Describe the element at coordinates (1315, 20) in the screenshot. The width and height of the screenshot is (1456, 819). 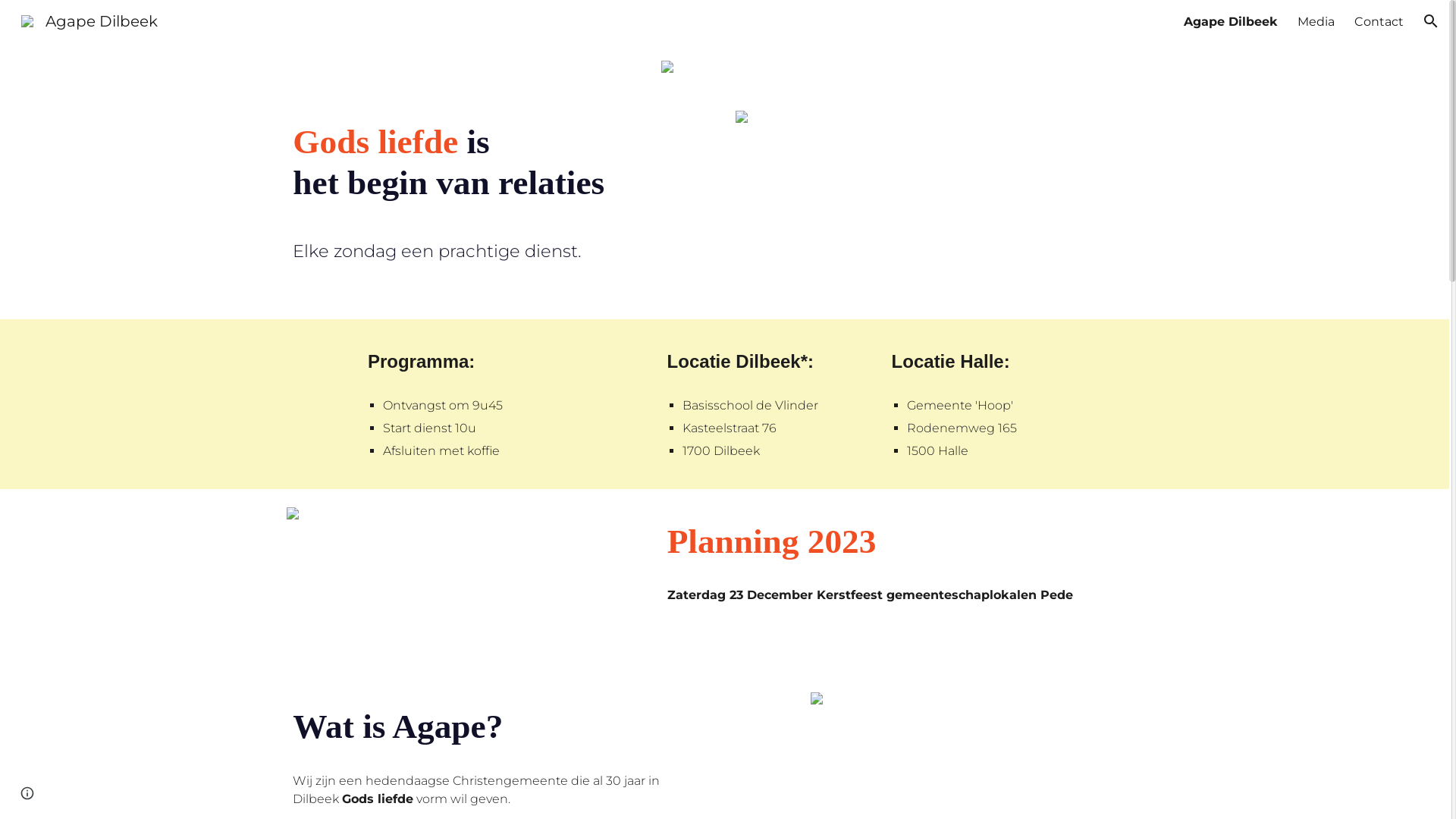
I see `'Media'` at that location.